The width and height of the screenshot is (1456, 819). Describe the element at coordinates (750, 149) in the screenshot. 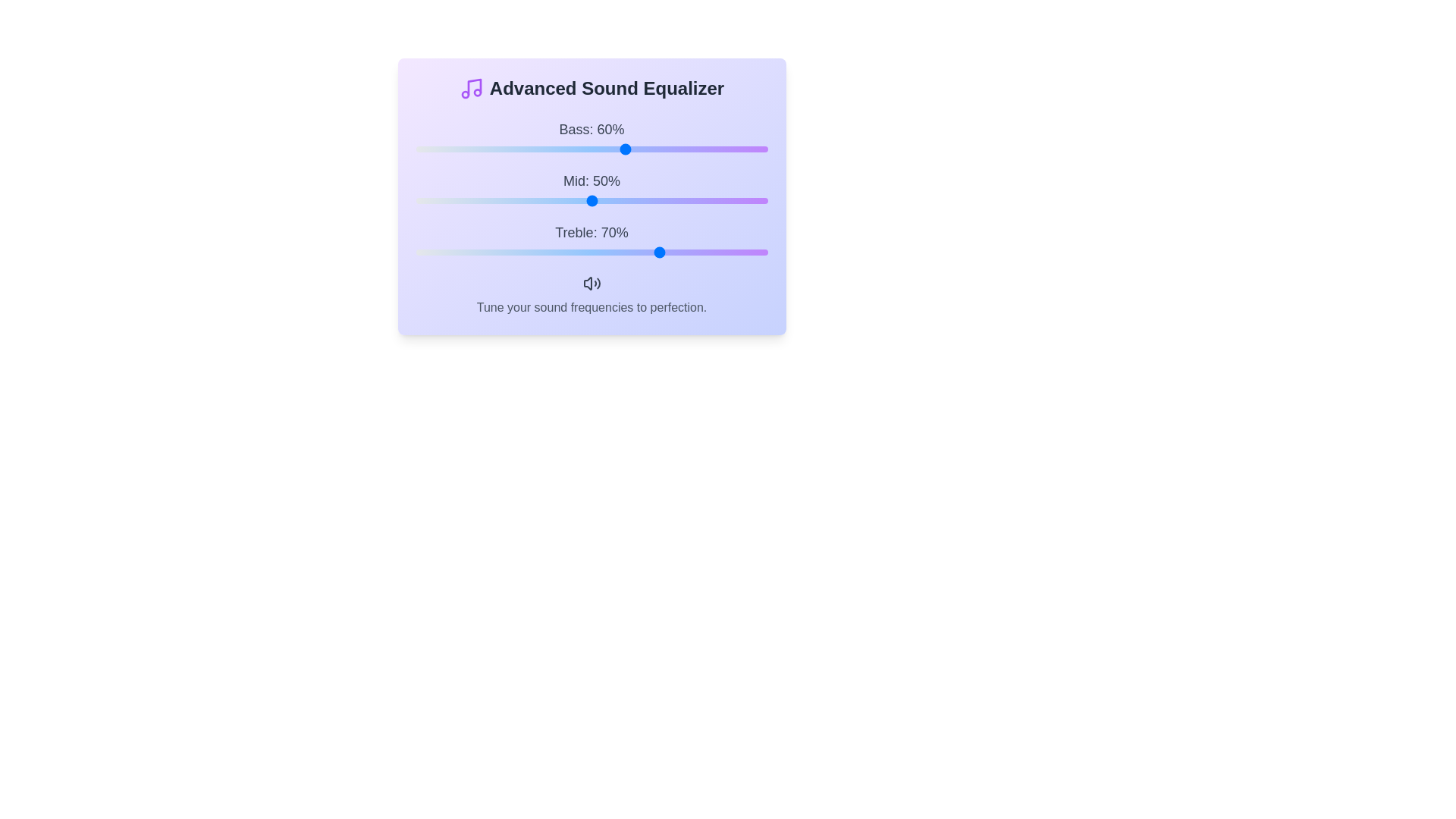

I see `the bass frequency slider to 95%` at that location.